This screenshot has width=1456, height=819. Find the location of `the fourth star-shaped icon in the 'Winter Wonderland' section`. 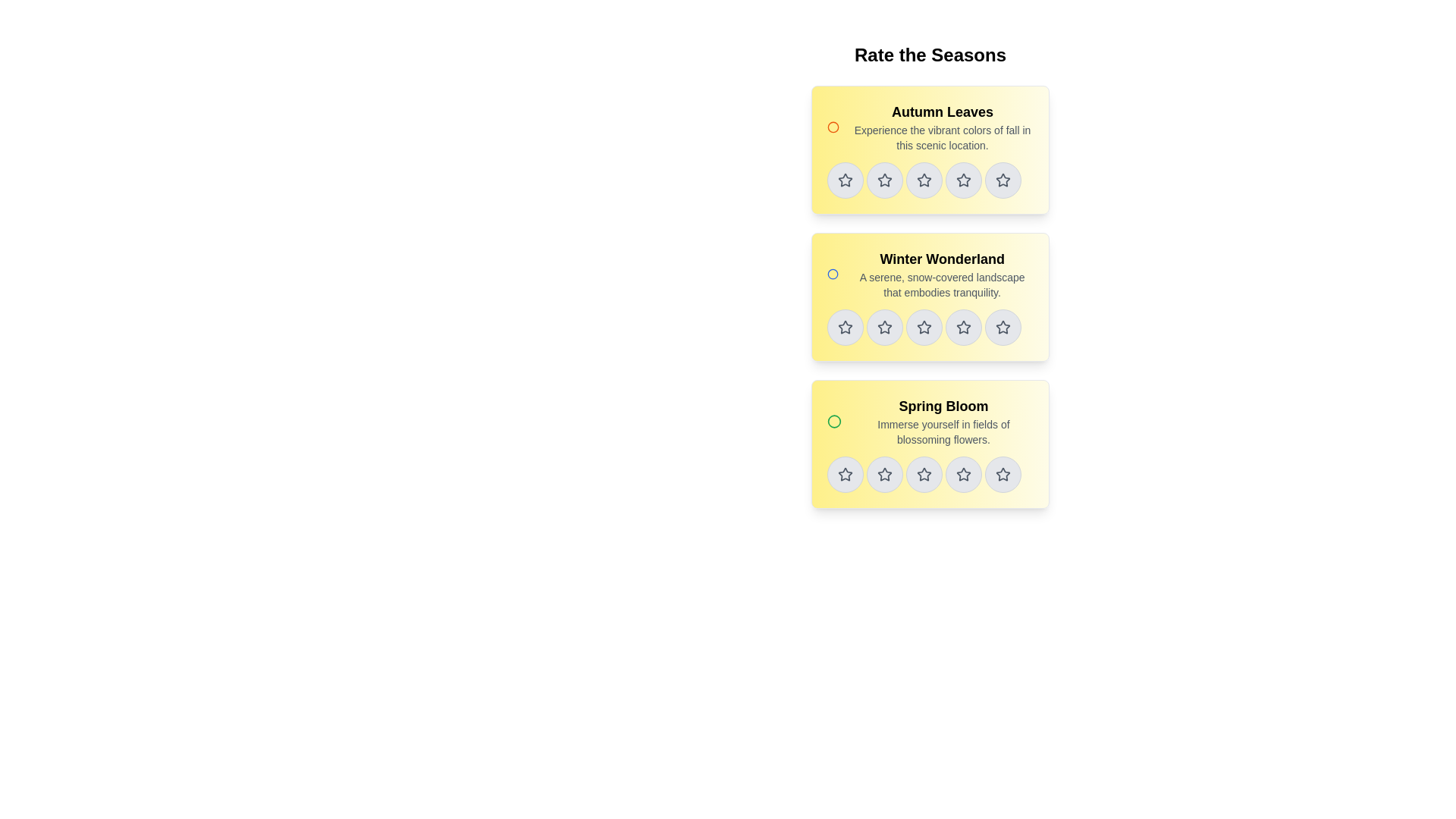

the fourth star-shaped icon in the 'Winter Wonderland' section is located at coordinates (884, 326).